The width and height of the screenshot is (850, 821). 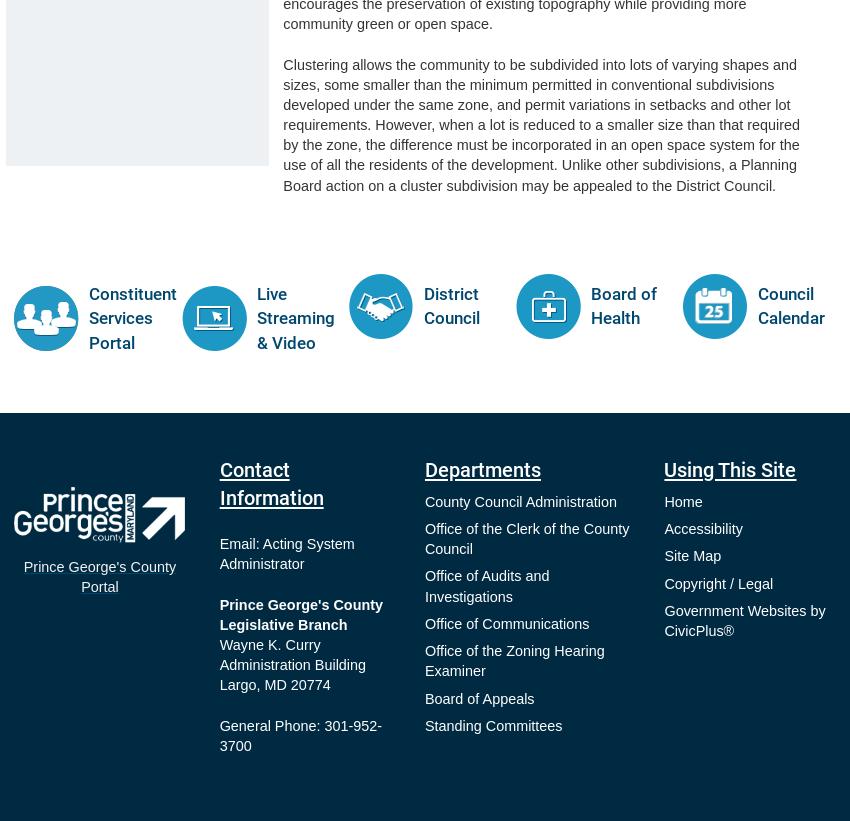 I want to click on 'Office of the Zoning Hearing Examiner', so click(x=512, y=659).